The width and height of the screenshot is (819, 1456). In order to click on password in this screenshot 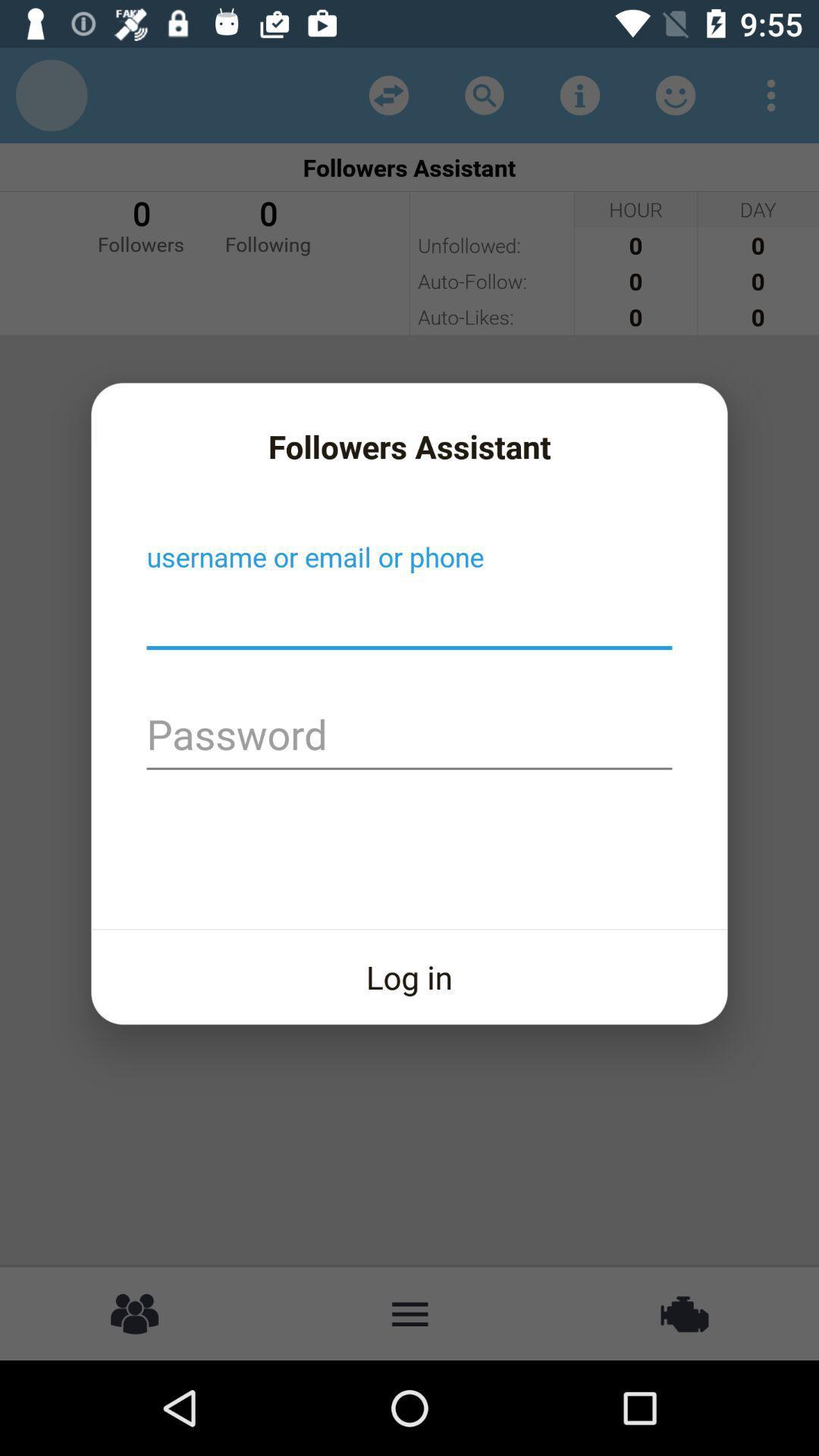, I will do `click(409, 736)`.